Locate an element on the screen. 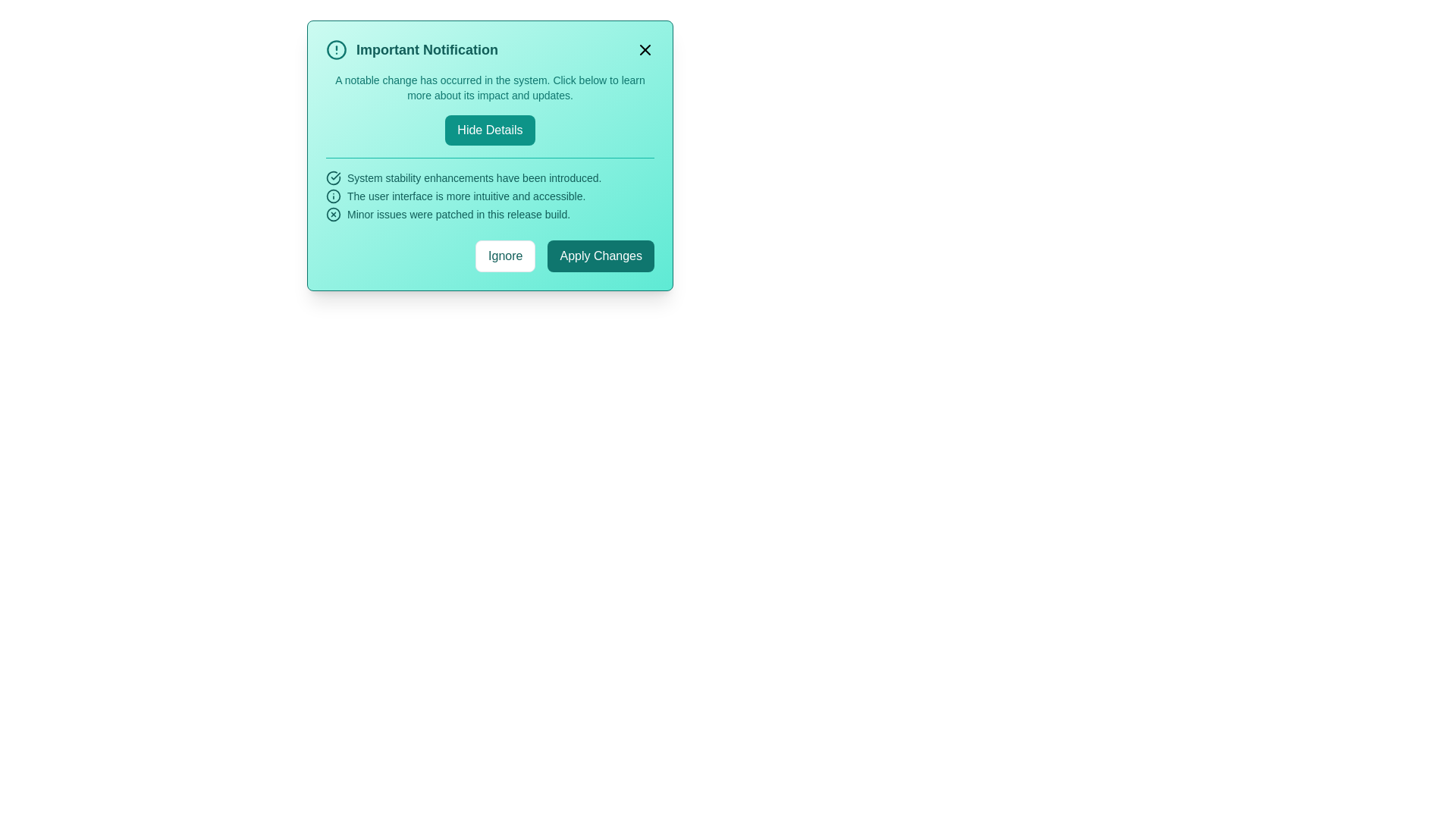 The image size is (1456, 819). the first SVG icon indicating a completed or successful state, located to the left of the text 'System stability enhancements have been introduced.' is located at coordinates (333, 177).